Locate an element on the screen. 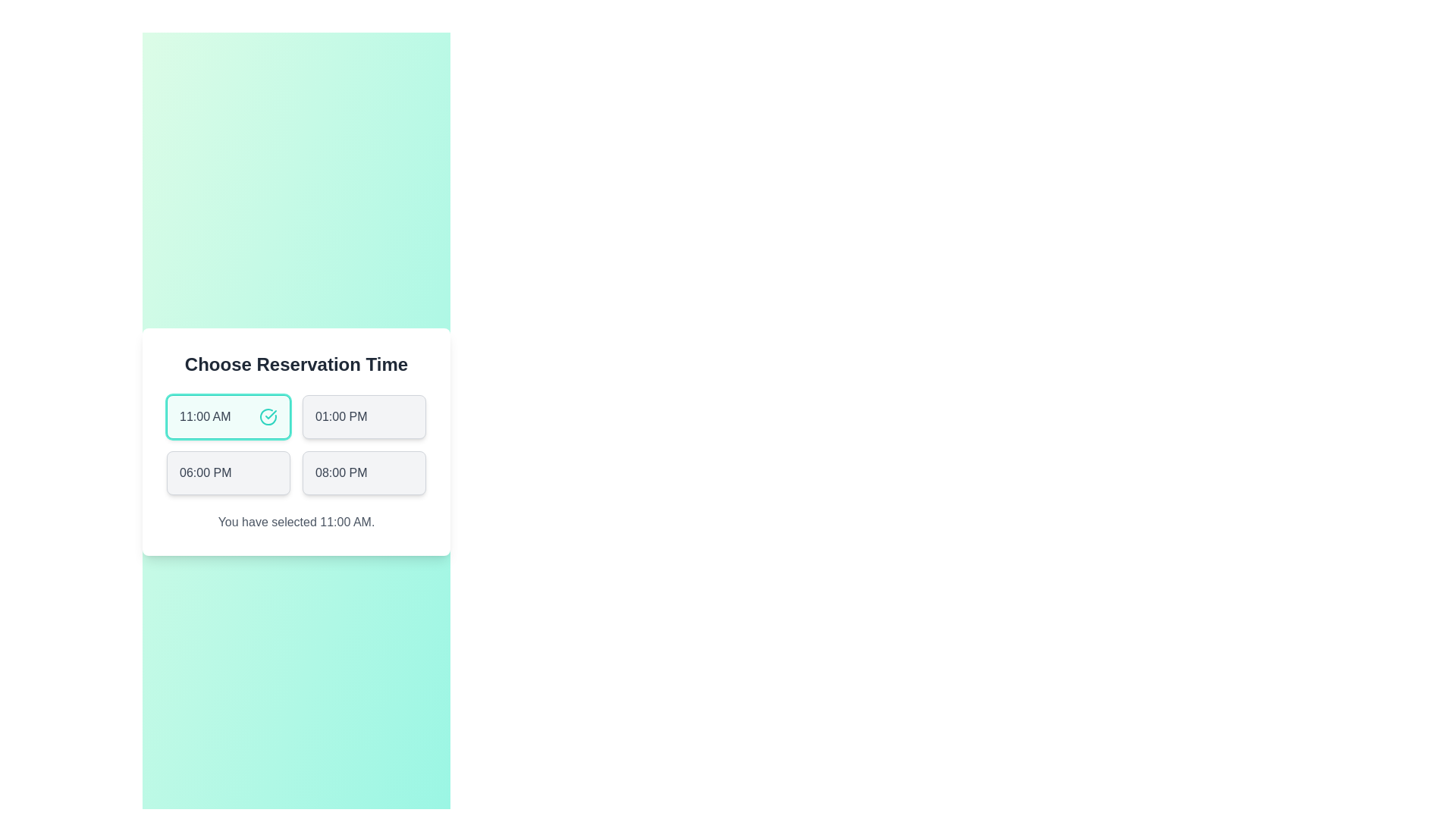 This screenshot has height=819, width=1456. the text label indicating the reservation time option '06:00 PM', located in the bottom-left button of the reservation time selection grid is located at coordinates (205, 472).